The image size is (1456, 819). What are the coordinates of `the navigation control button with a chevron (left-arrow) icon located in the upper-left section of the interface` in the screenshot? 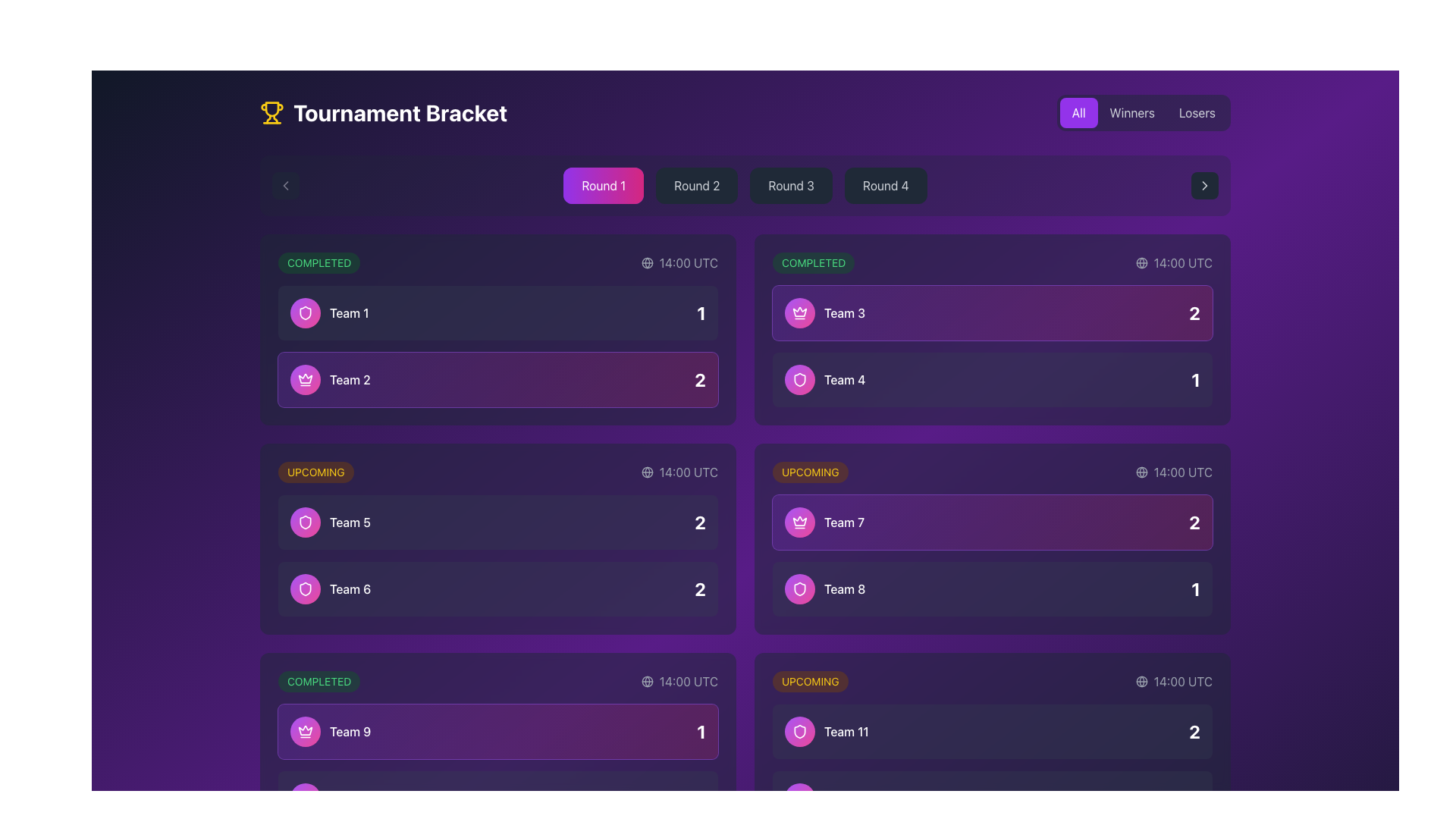 It's located at (286, 185).